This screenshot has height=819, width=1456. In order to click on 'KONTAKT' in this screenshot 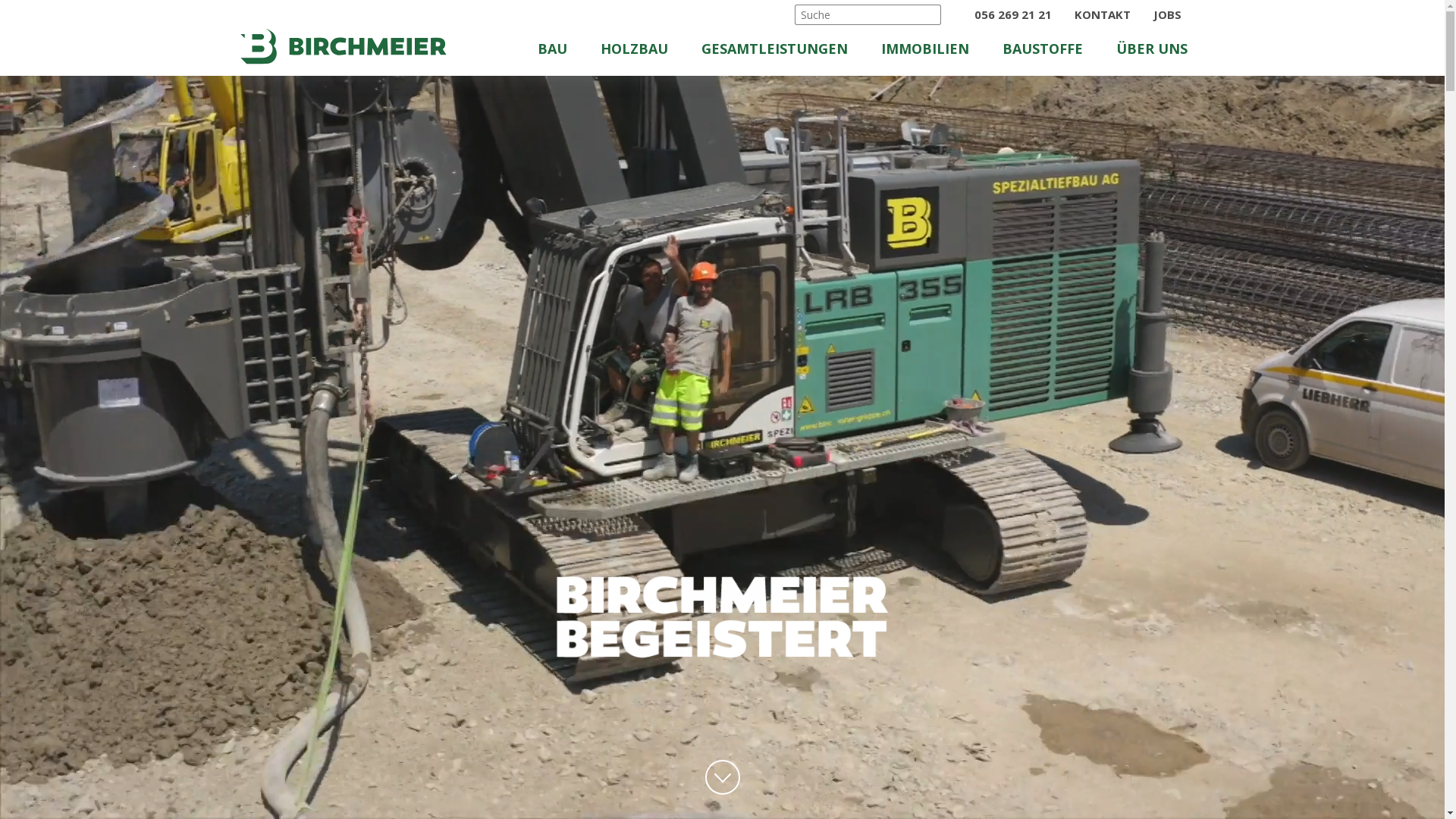, I will do `click(1103, 14)`.